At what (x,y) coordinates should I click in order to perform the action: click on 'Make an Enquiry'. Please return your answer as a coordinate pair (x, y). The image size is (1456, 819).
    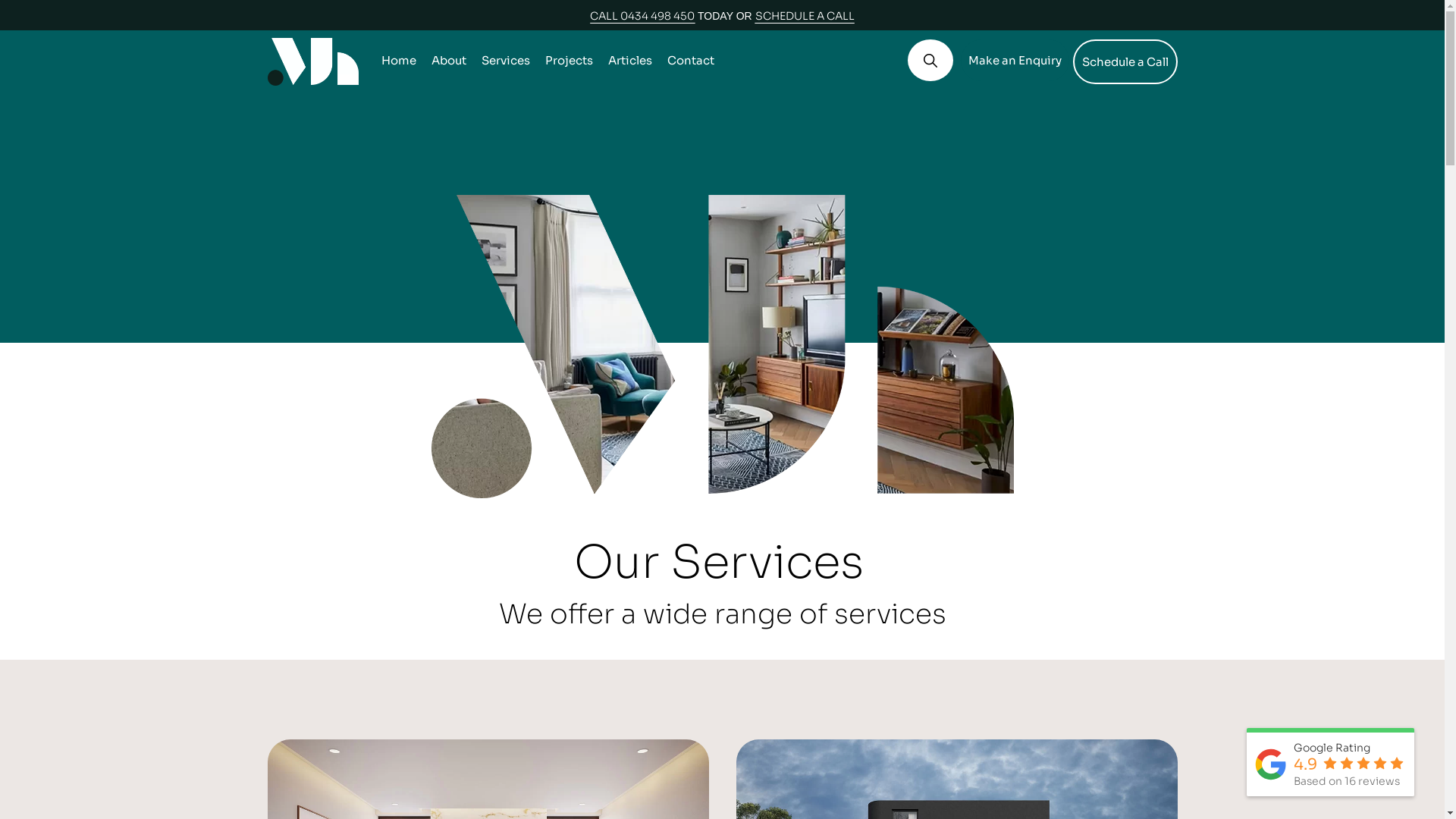
    Looking at the image, I should click on (1014, 59).